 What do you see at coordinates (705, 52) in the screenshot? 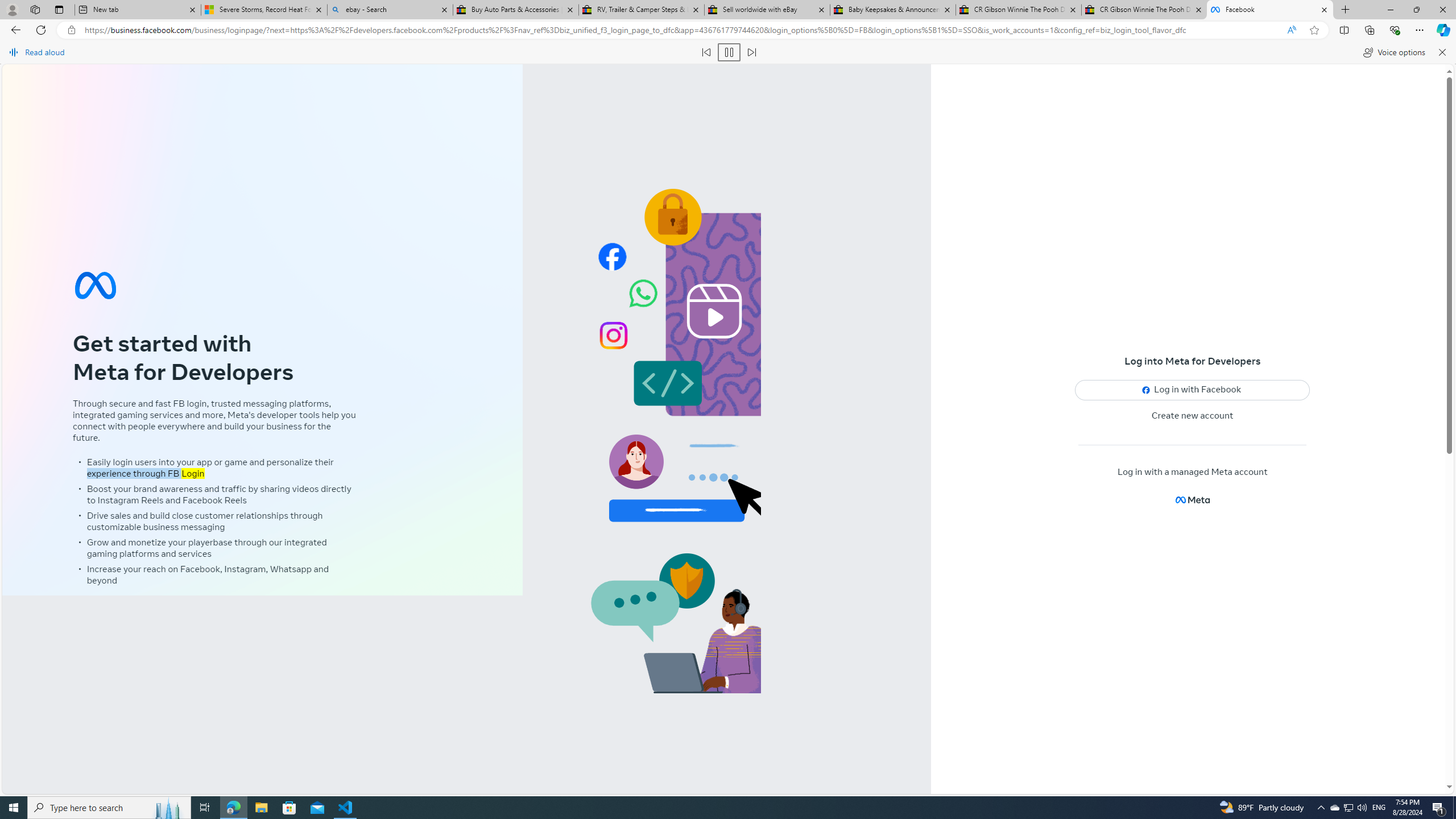
I see `'Read previous paragraph'` at bounding box center [705, 52].